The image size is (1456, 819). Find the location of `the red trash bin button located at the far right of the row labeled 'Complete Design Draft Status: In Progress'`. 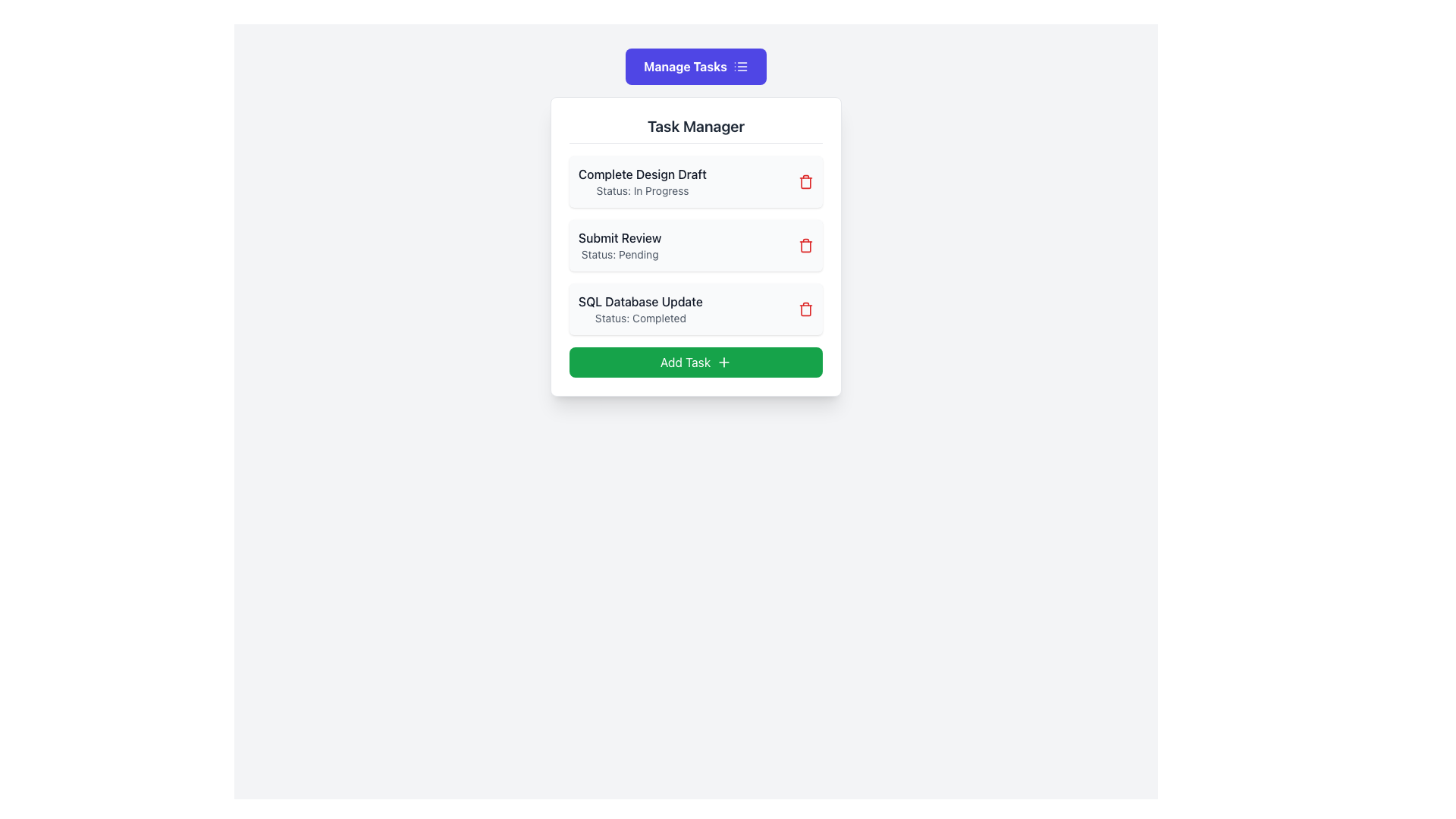

the red trash bin button located at the far right of the row labeled 'Complete Design Draft Status: In Progress' is located at coordinates (805, 180).